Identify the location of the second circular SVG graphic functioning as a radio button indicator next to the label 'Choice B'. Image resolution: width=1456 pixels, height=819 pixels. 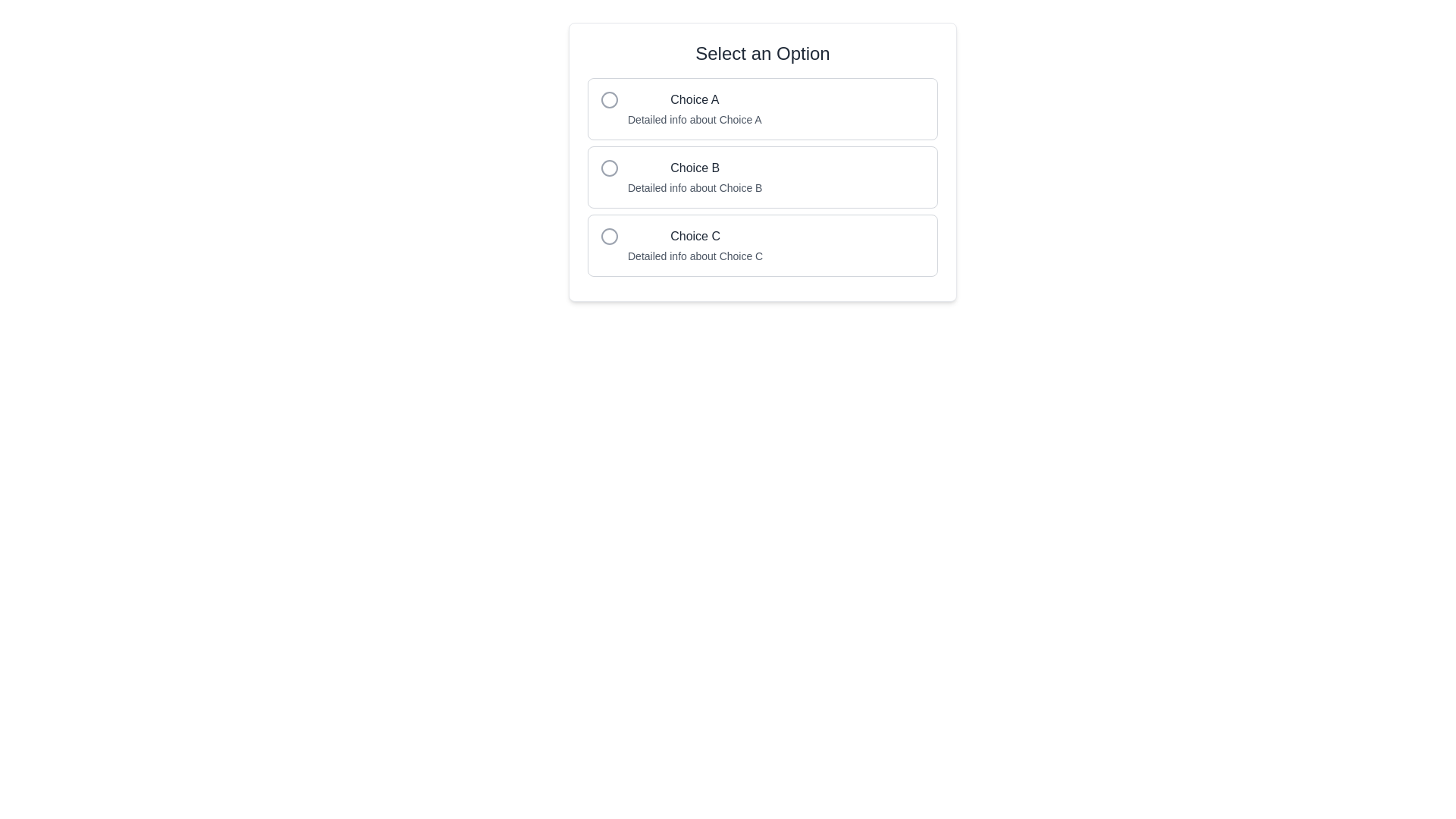
(610, 168).